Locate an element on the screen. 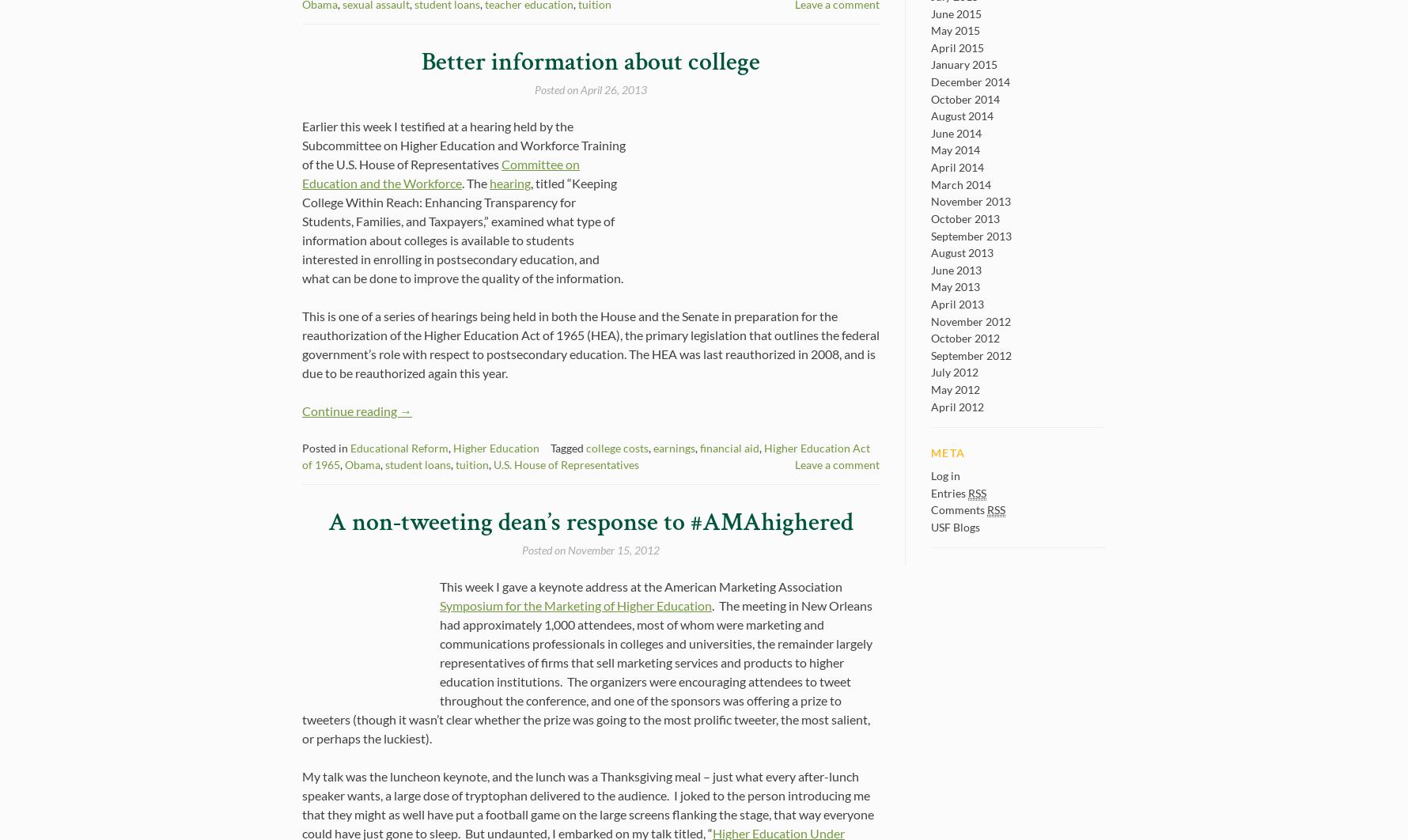 This screenshot has height=840, width=1408. 'Leave a comment' is located at coordinates (837, 464).